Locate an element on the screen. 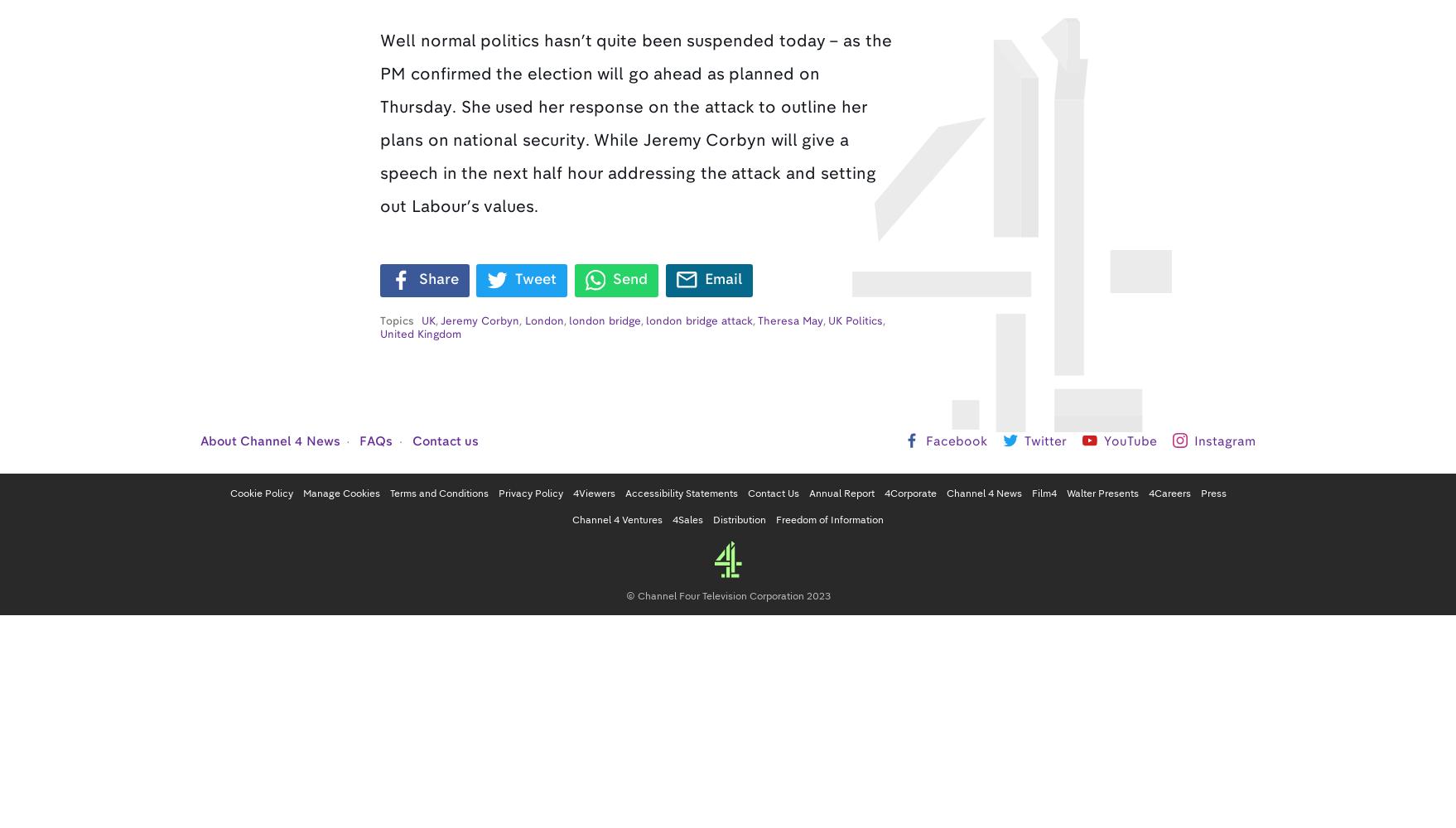 The image size is (1456, 828). '4Viewers' is located at coordinates (593, 492).